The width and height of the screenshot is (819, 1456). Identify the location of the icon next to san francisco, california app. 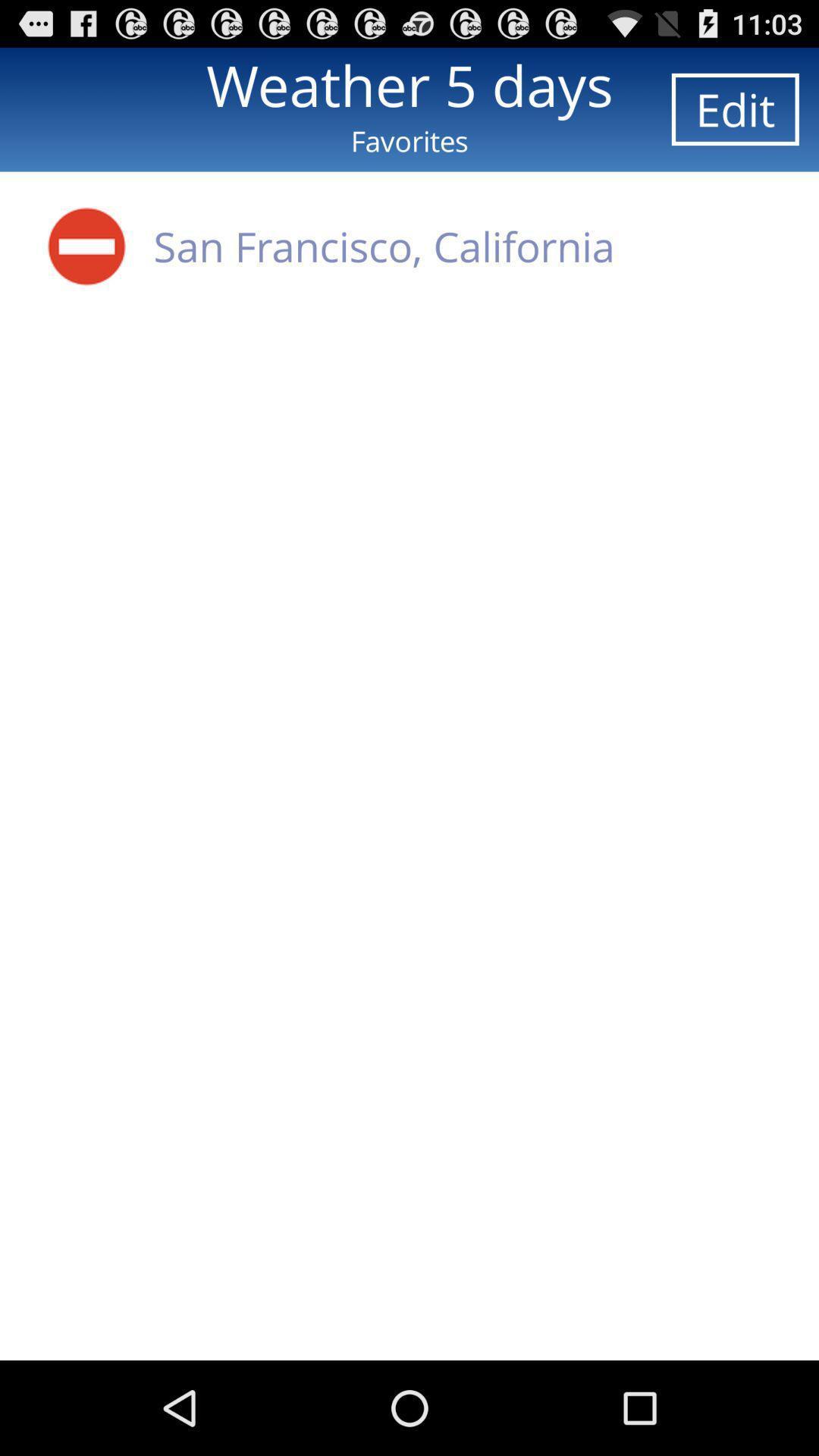
(86, 246).